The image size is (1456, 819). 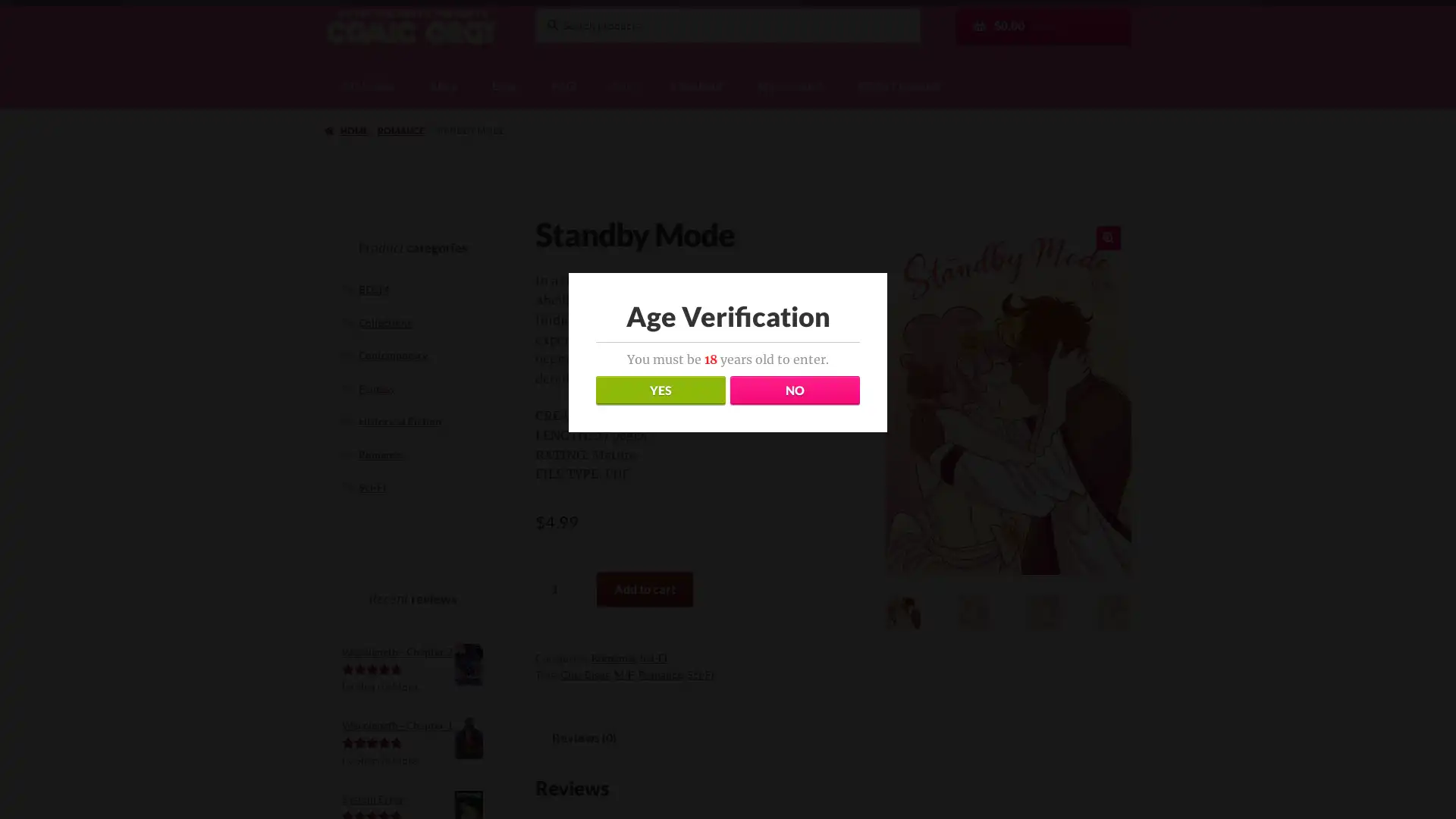 What do you see at coordinates (534, 6) in the screenshot?
I see `Search` at bounding box center [534, 6].